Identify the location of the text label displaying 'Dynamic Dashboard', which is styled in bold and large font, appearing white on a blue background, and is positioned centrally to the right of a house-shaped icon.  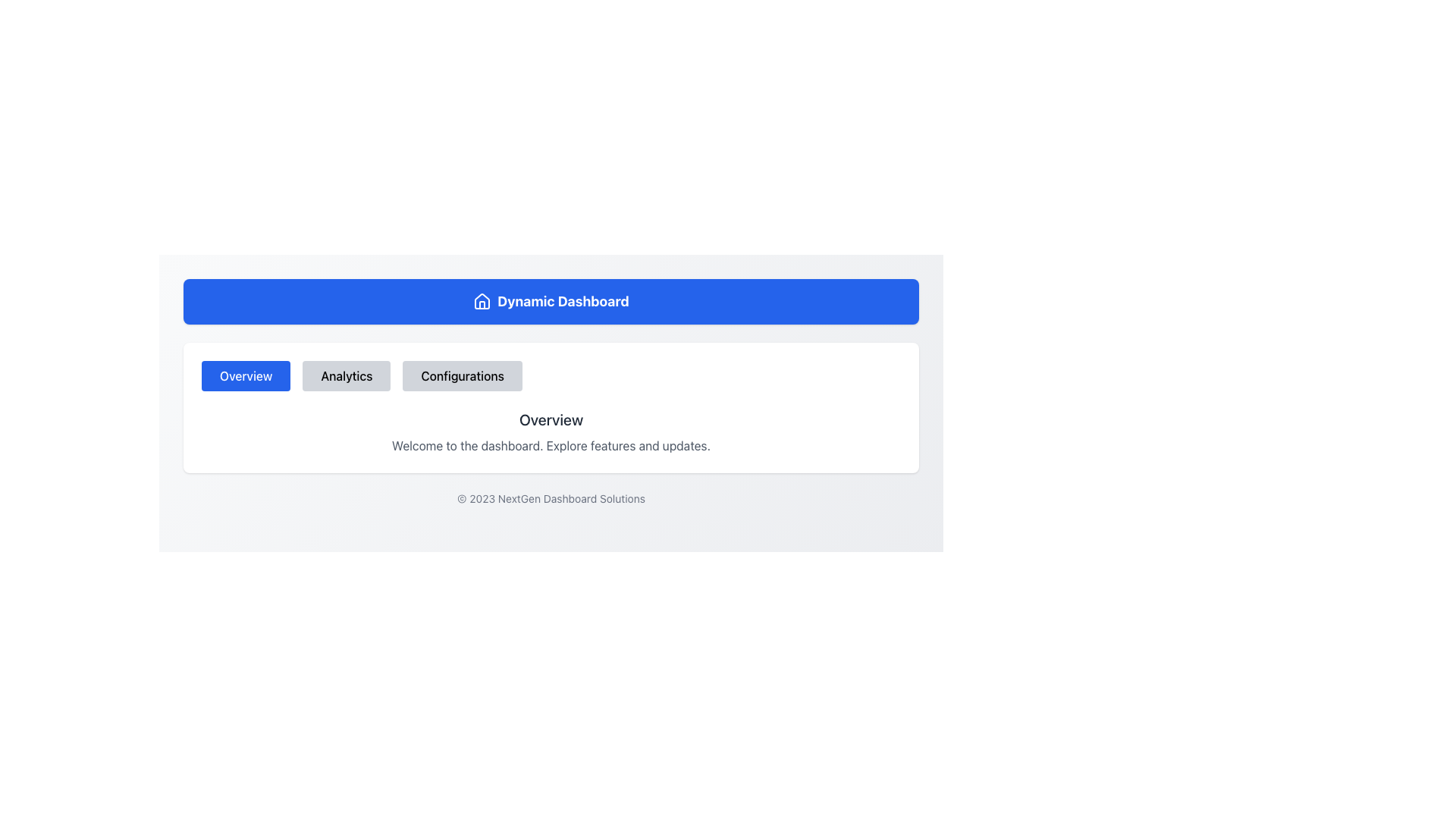
(563, 301).